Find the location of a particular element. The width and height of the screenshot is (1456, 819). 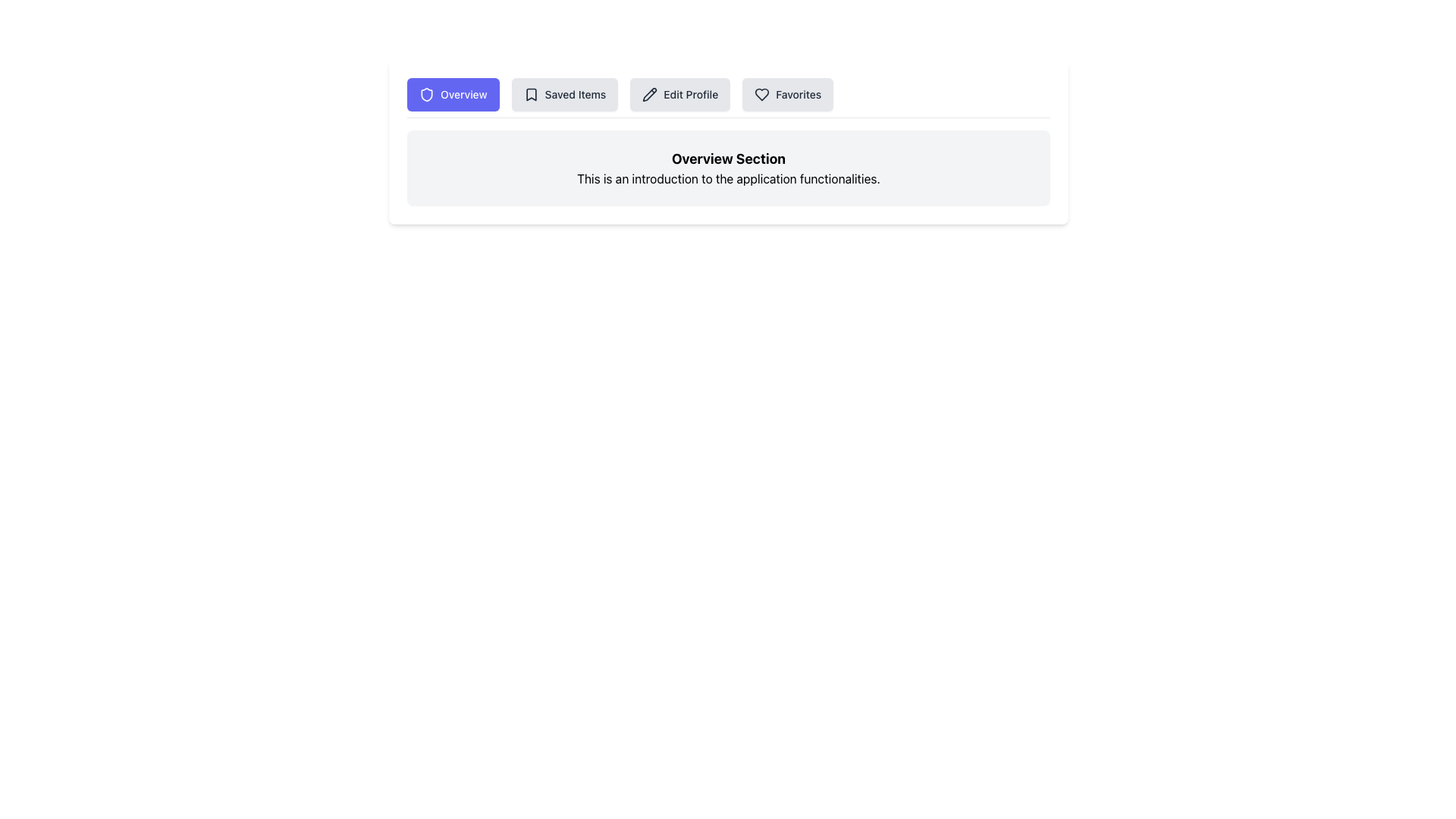

the heart-shaped icon within the 'Favorites' button, which is the fourth button in the navigation bar at the top, characterized by a gray background and rounded corners is located at coordinates (762, 94).